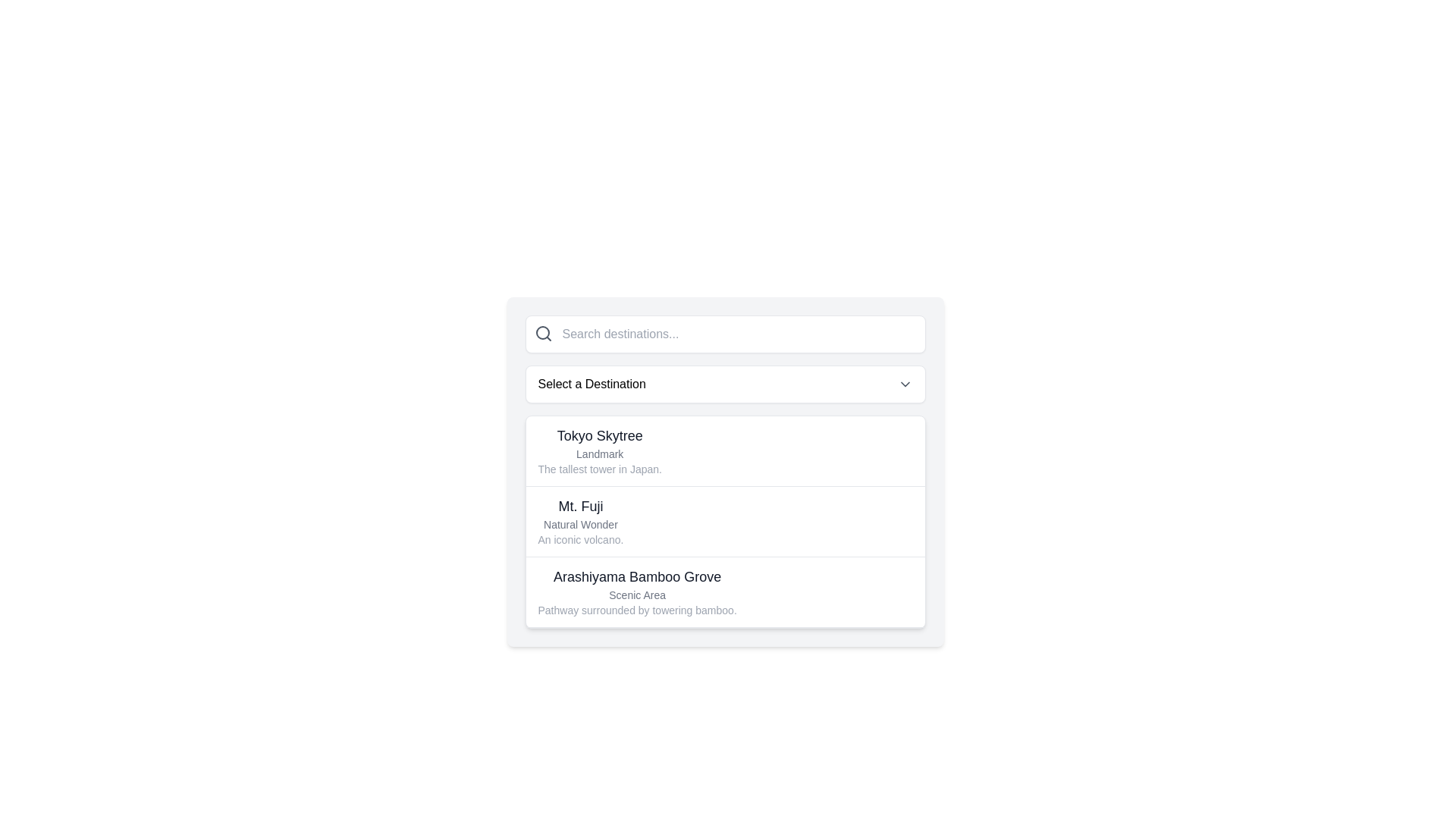  What do you see at coordinates (724, 521) in the screenshot?
I see `the second row of the destination list item labeled 'Mt. Fuji'` at bounding box center [724, 521].